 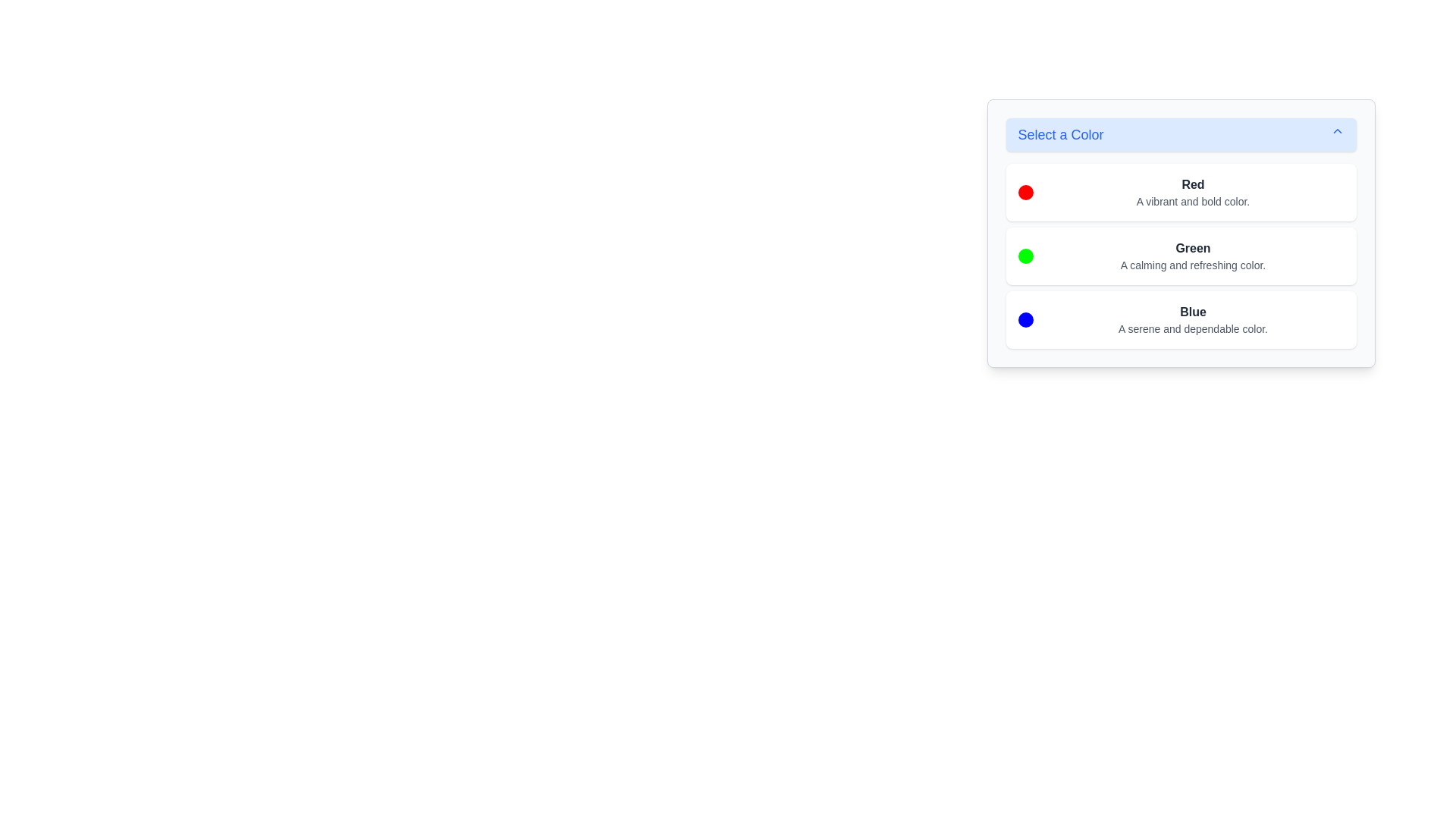 I want to click on the 'Green' color option in the selectable list item, so click(x=1180, y=256).